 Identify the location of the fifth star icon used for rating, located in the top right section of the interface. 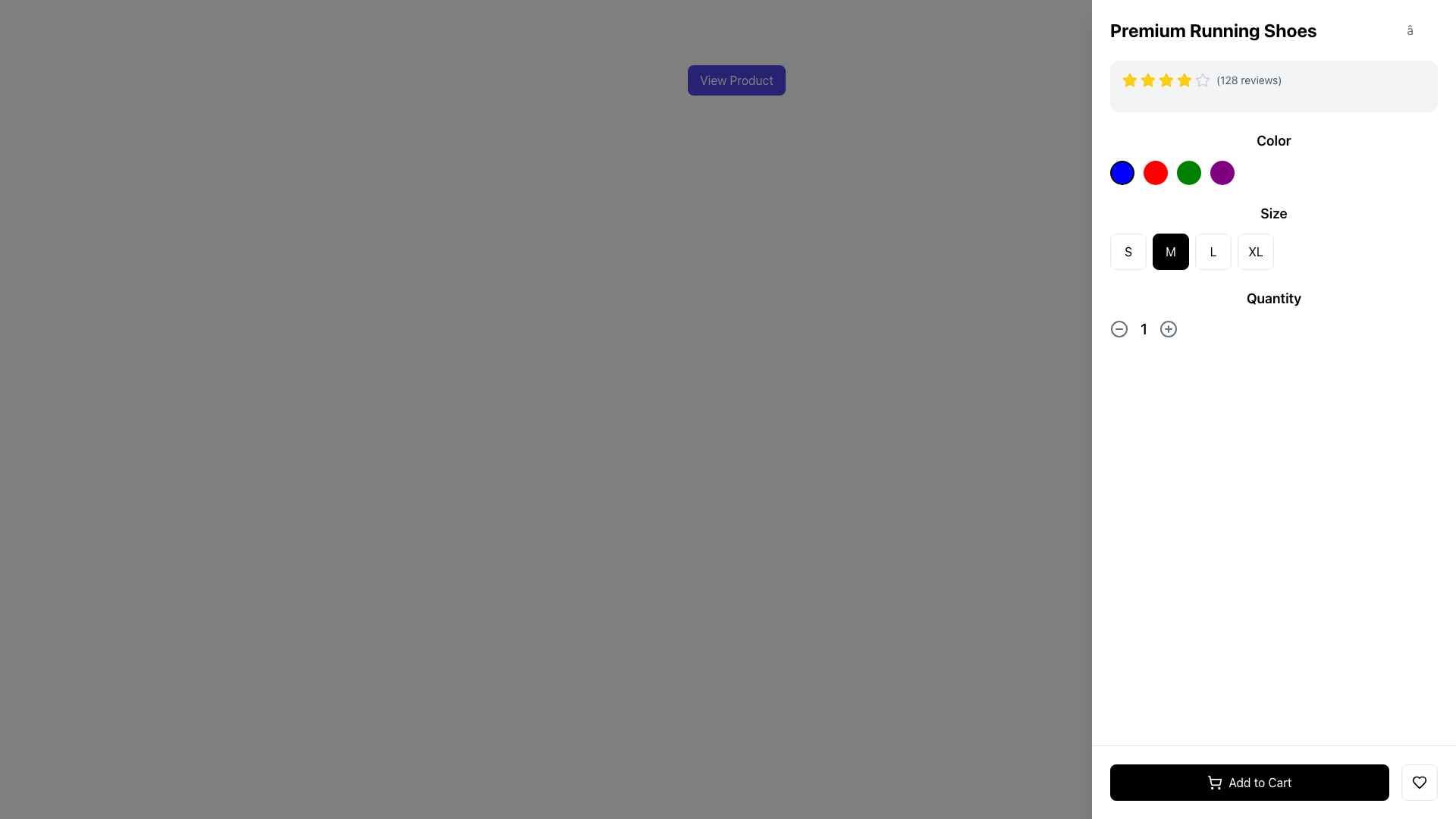
(1183, 80).